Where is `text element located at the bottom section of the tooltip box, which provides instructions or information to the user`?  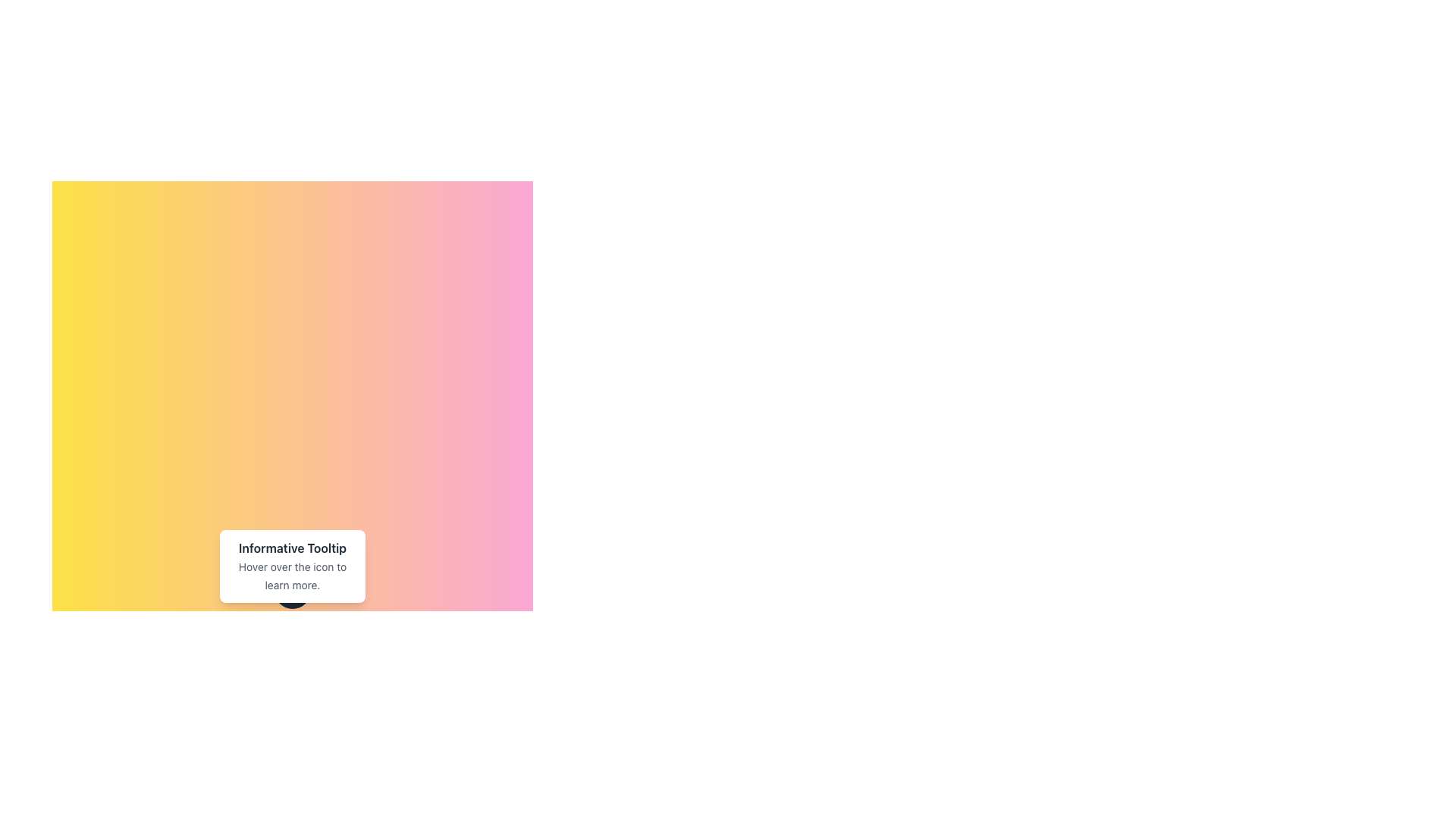 text element located at the bottom section of the tooltip box, which provides instructions or information to the user is located at coordinates (292, 576).